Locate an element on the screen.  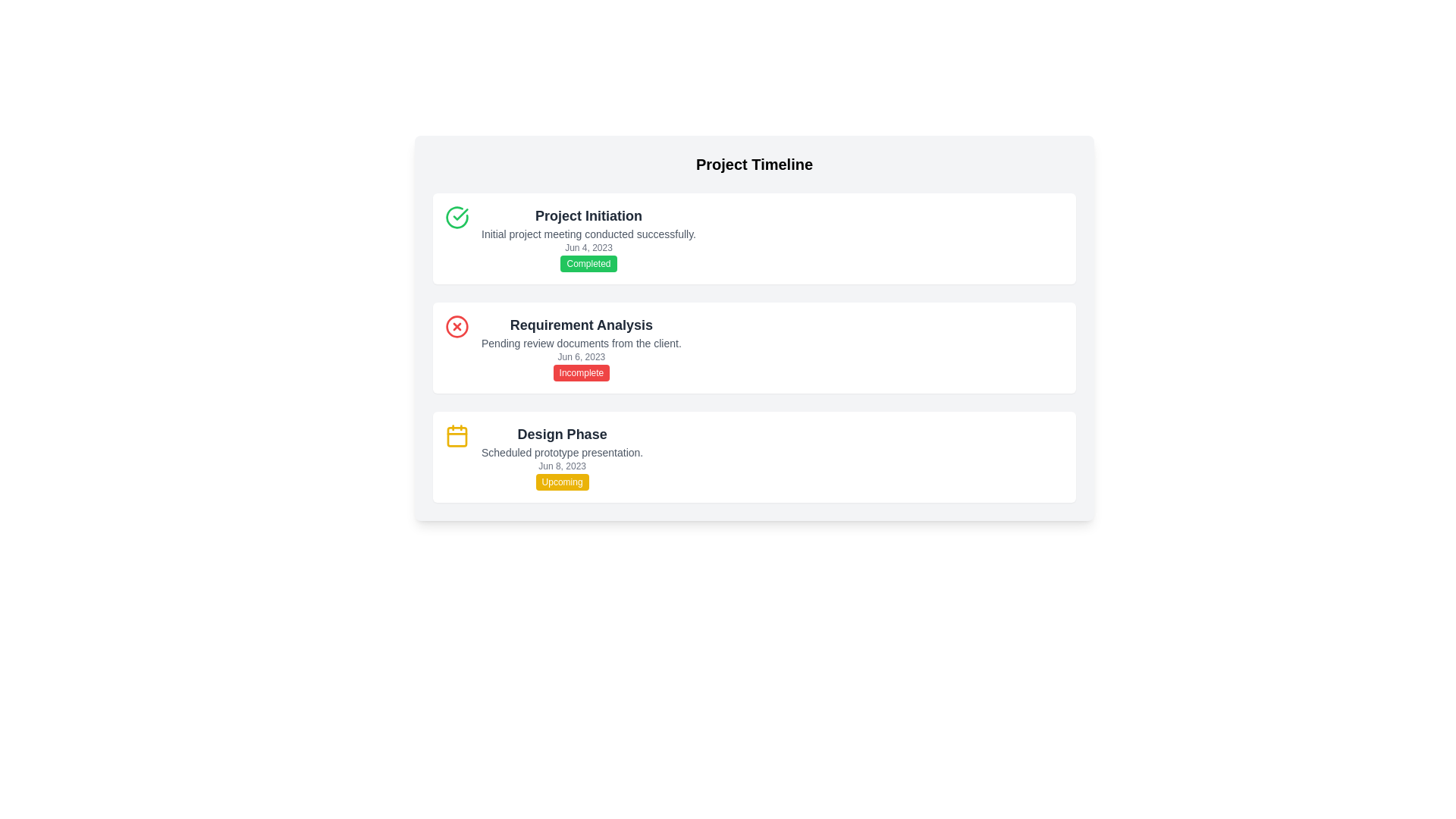
the small yellow rectangular badge with the word 'Upcoming' in white, bold text, located beneath 'Jun 8, 2023' in the timeline section is located at coordinates (561, 482).